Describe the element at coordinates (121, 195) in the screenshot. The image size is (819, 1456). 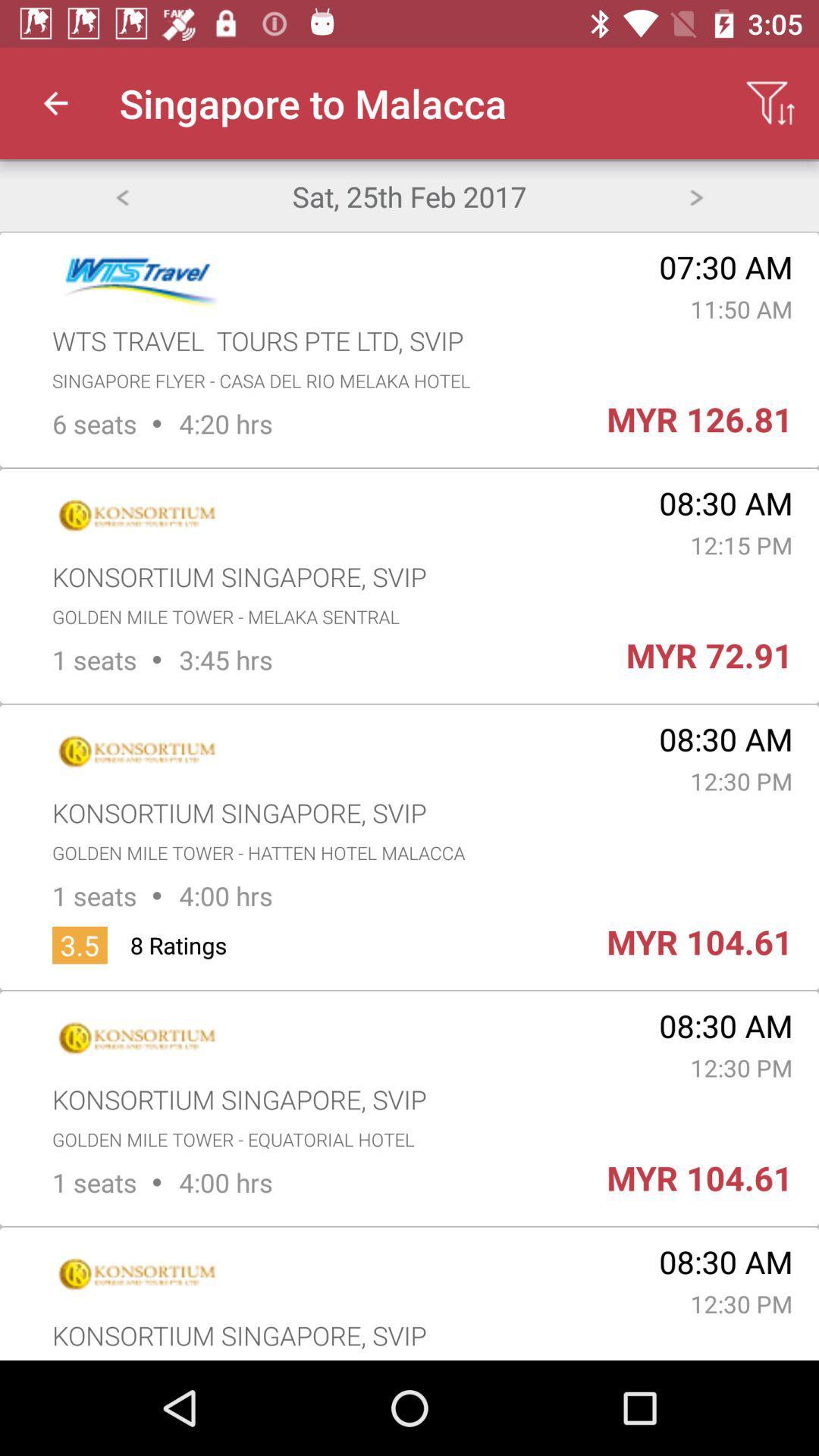
I see `the arrow_backward icon` at that location.